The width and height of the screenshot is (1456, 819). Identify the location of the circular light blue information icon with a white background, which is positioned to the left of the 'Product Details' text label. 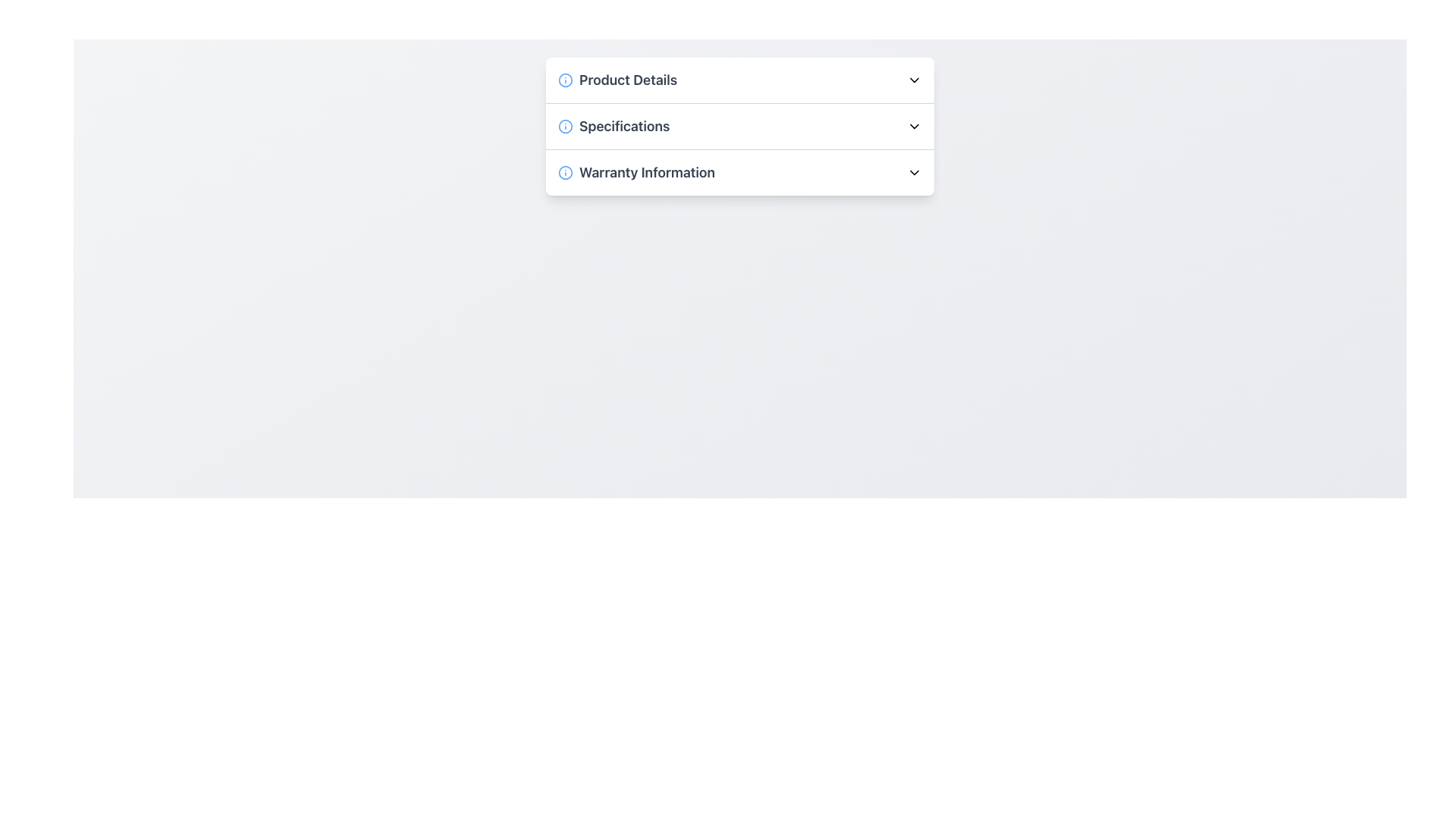
(564, 80).